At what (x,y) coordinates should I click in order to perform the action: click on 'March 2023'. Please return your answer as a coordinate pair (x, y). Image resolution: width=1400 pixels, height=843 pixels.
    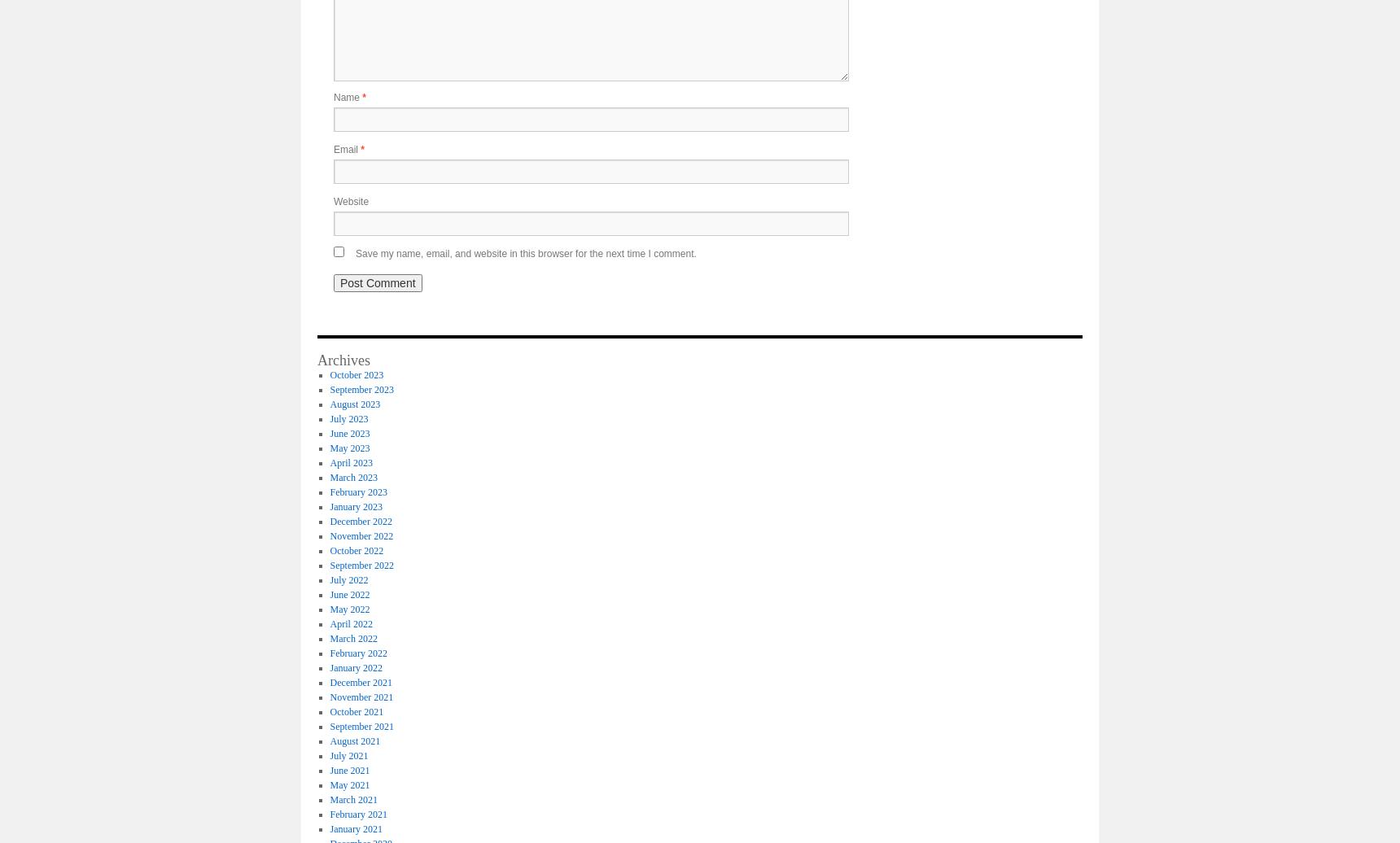
    Looking at the image, I should click on (352, 476).